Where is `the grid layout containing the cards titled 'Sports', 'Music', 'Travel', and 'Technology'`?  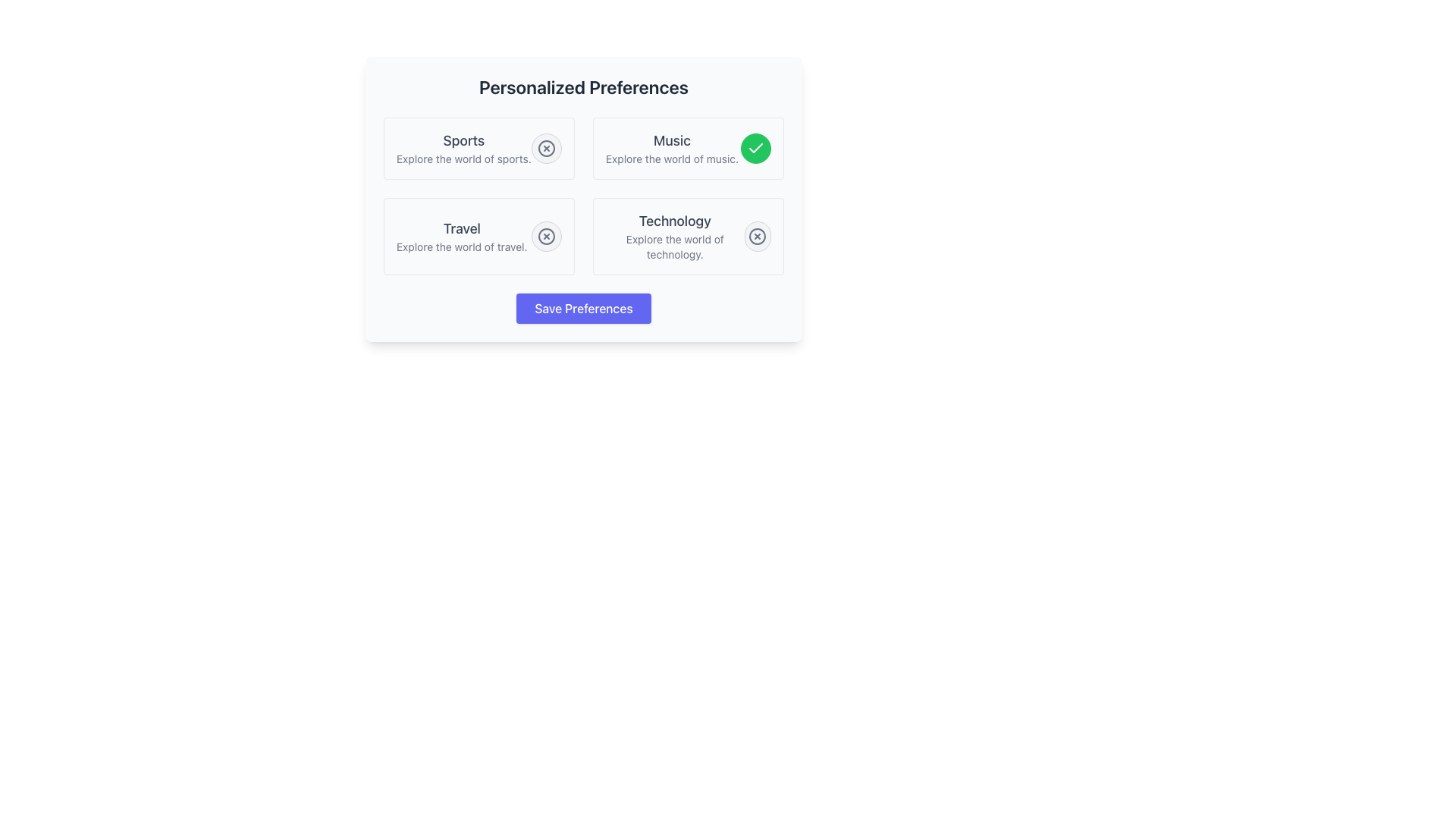 the grid layout containing the cards titled 'Sports', 'Music', 'Travel', and 'Technology' is located at coordinates (582, 195).